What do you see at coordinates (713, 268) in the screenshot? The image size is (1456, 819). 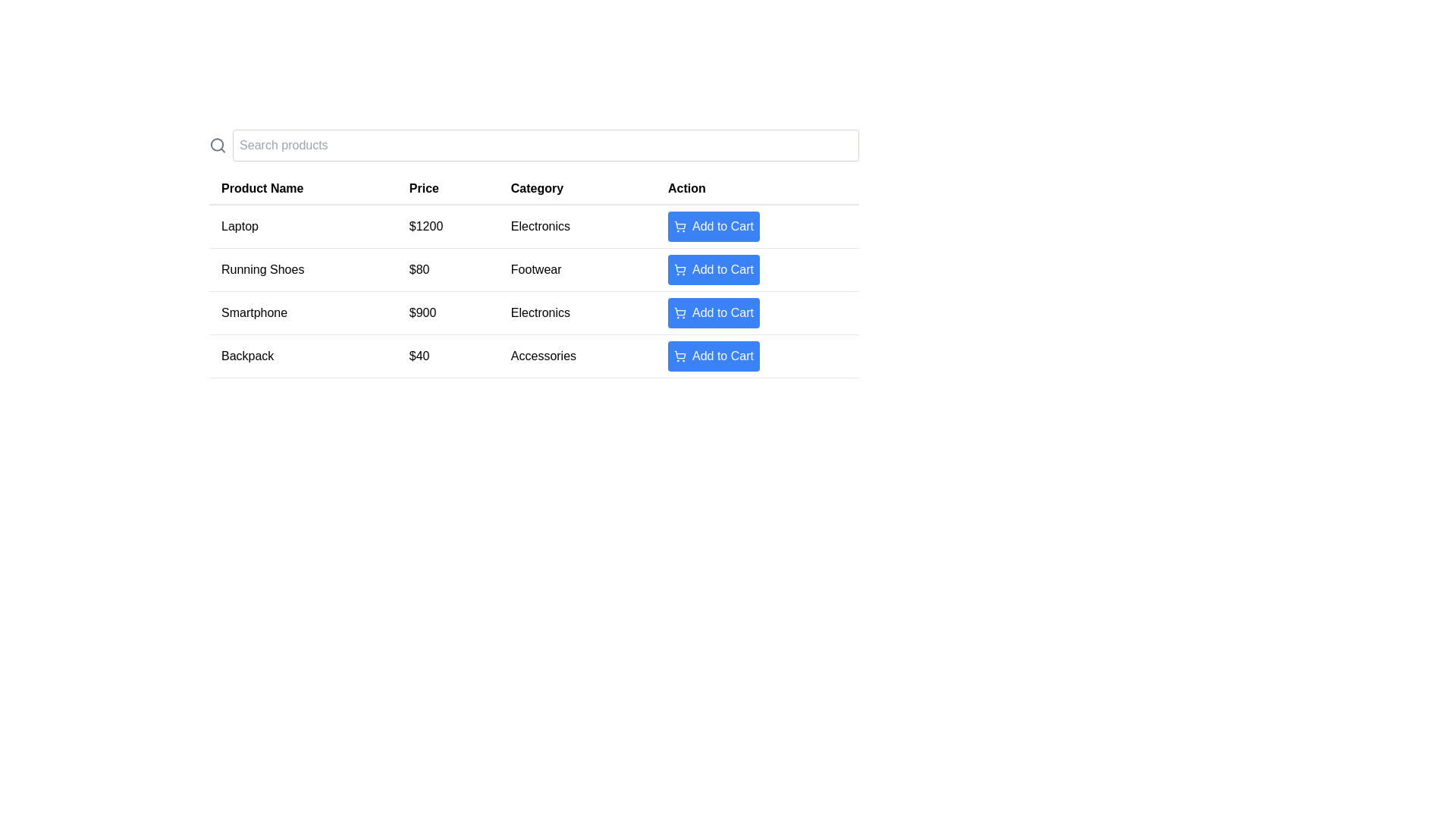 I see `the 'Add to Cart' button for 'Running Shoes'` at bounding box center [713, 268].